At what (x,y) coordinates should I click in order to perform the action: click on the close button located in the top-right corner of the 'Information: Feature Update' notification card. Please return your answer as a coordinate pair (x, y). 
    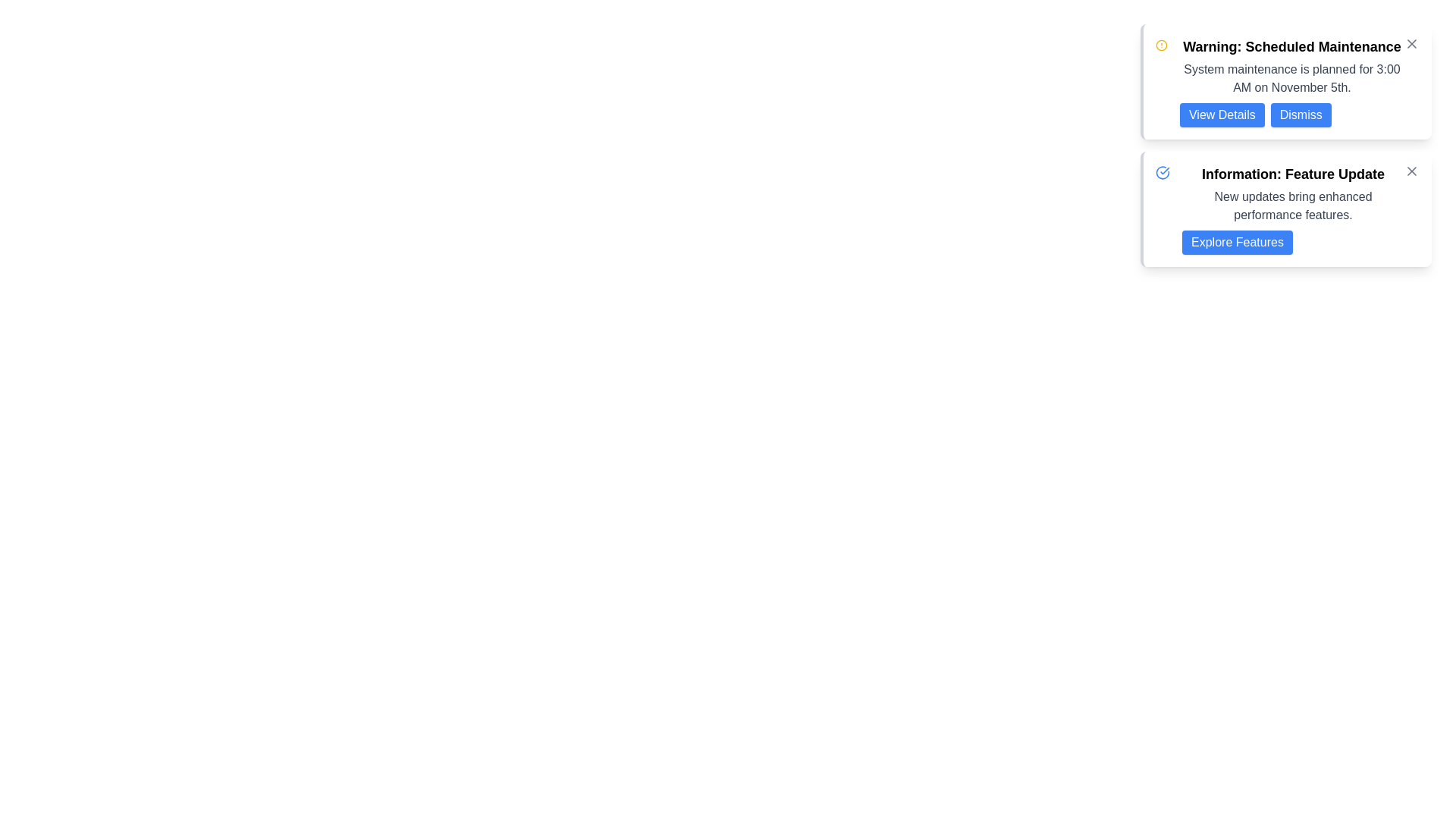
    Looking at the image, I should click on (1411, 171).